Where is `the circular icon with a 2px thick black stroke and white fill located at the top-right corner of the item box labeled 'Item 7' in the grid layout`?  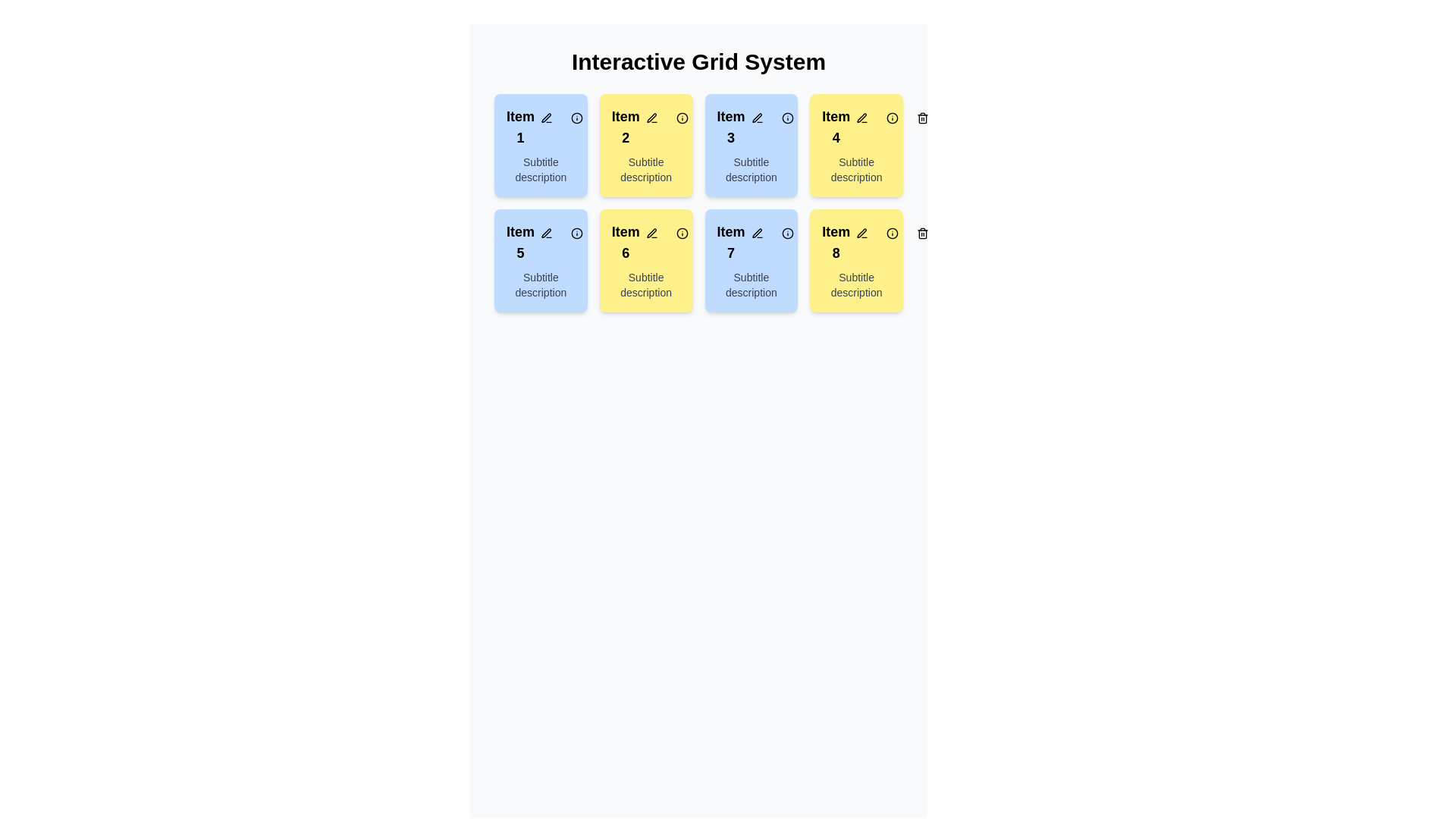
the circular icon with a 2px thick black stroke and white fill located at the top-right corner of the item box labeled 'Item 7' in the grid layout is located at coordinates (787, 234).